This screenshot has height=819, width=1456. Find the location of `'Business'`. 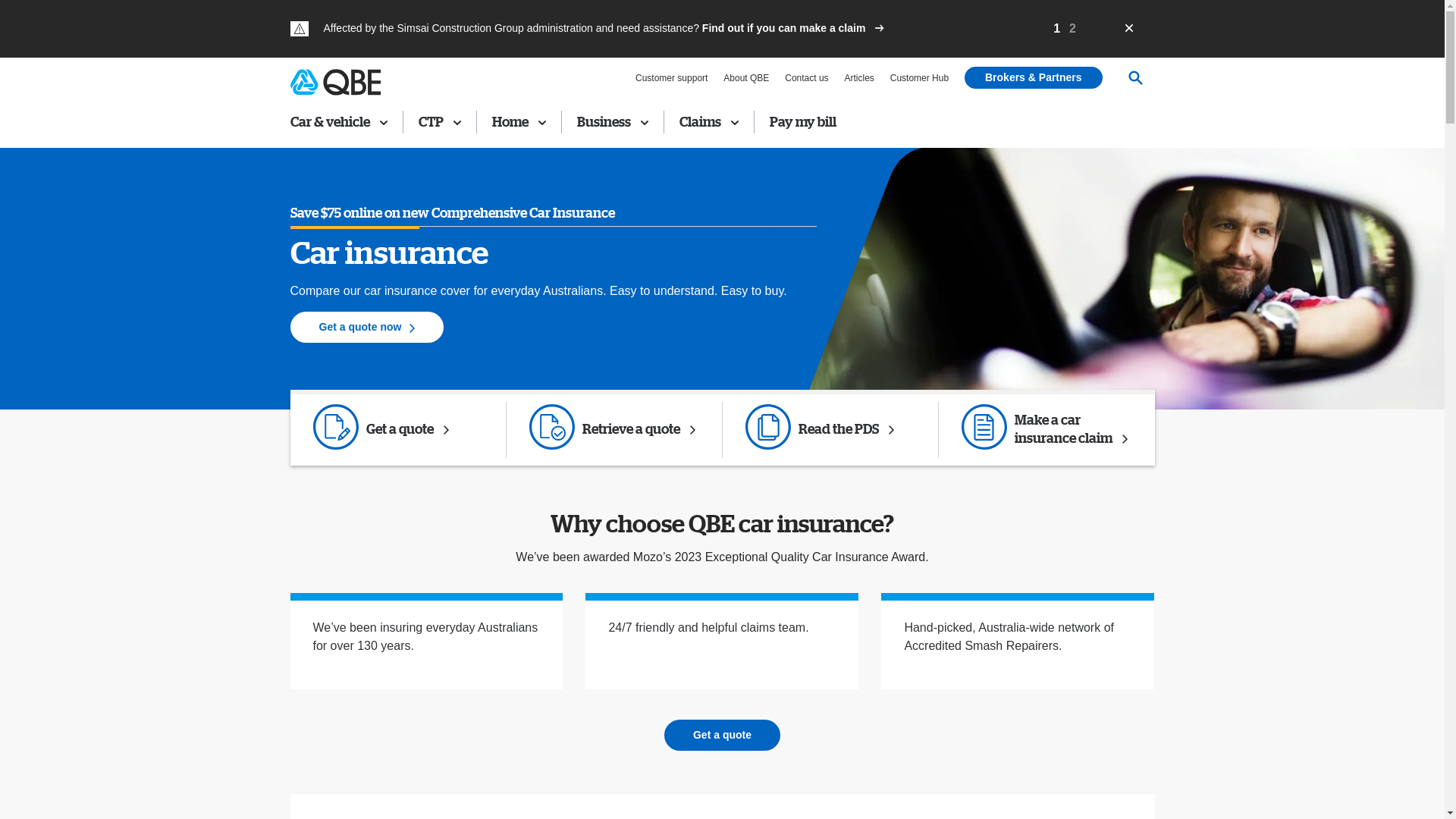

'Business' is located at coordinates (611, 121).